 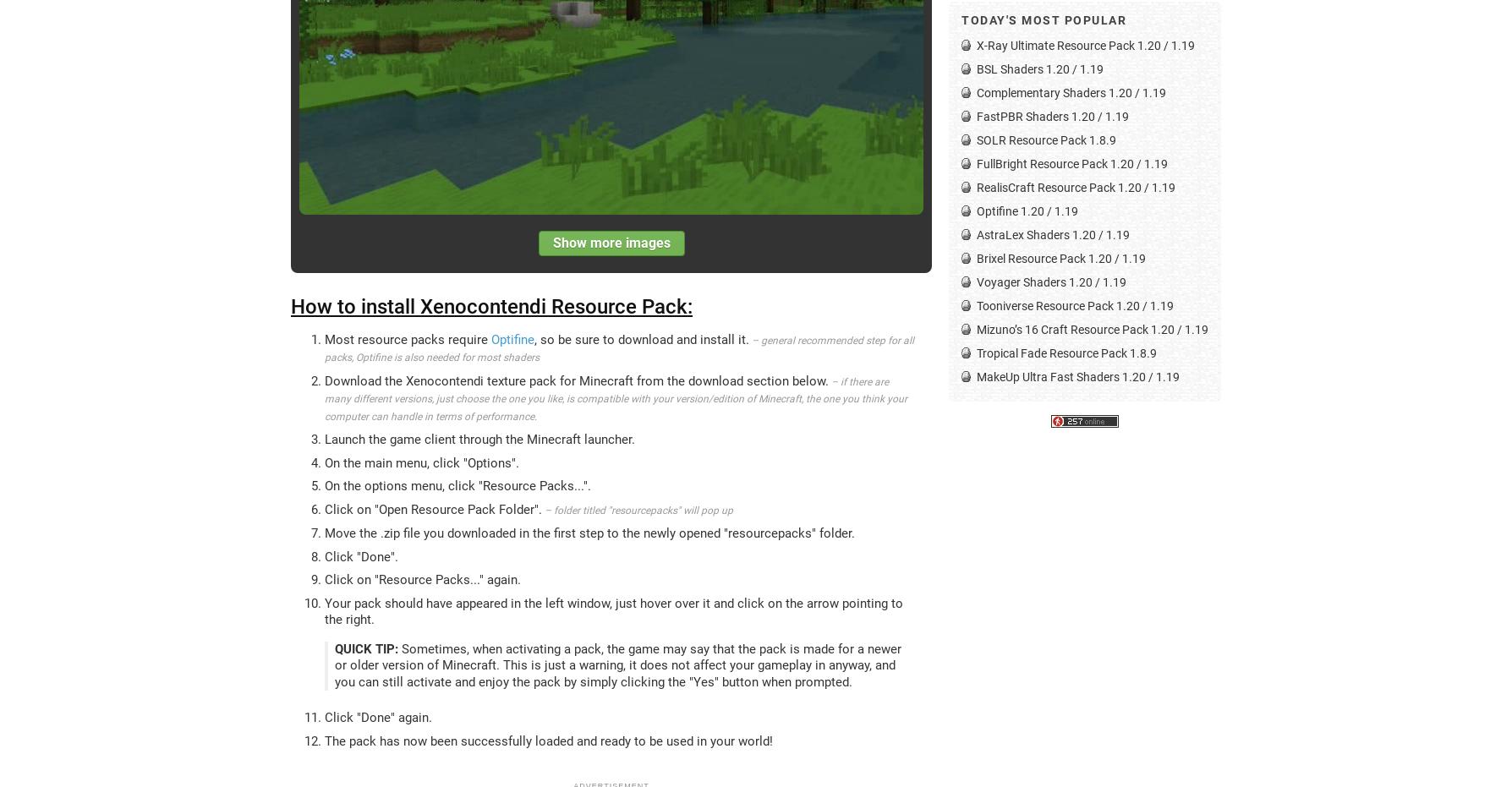 What do you see at coordinates (636, 510) in the screenshot?
I see `'– folder titled "resourcepacks" will pop up'` at bounding box center [636, 510].